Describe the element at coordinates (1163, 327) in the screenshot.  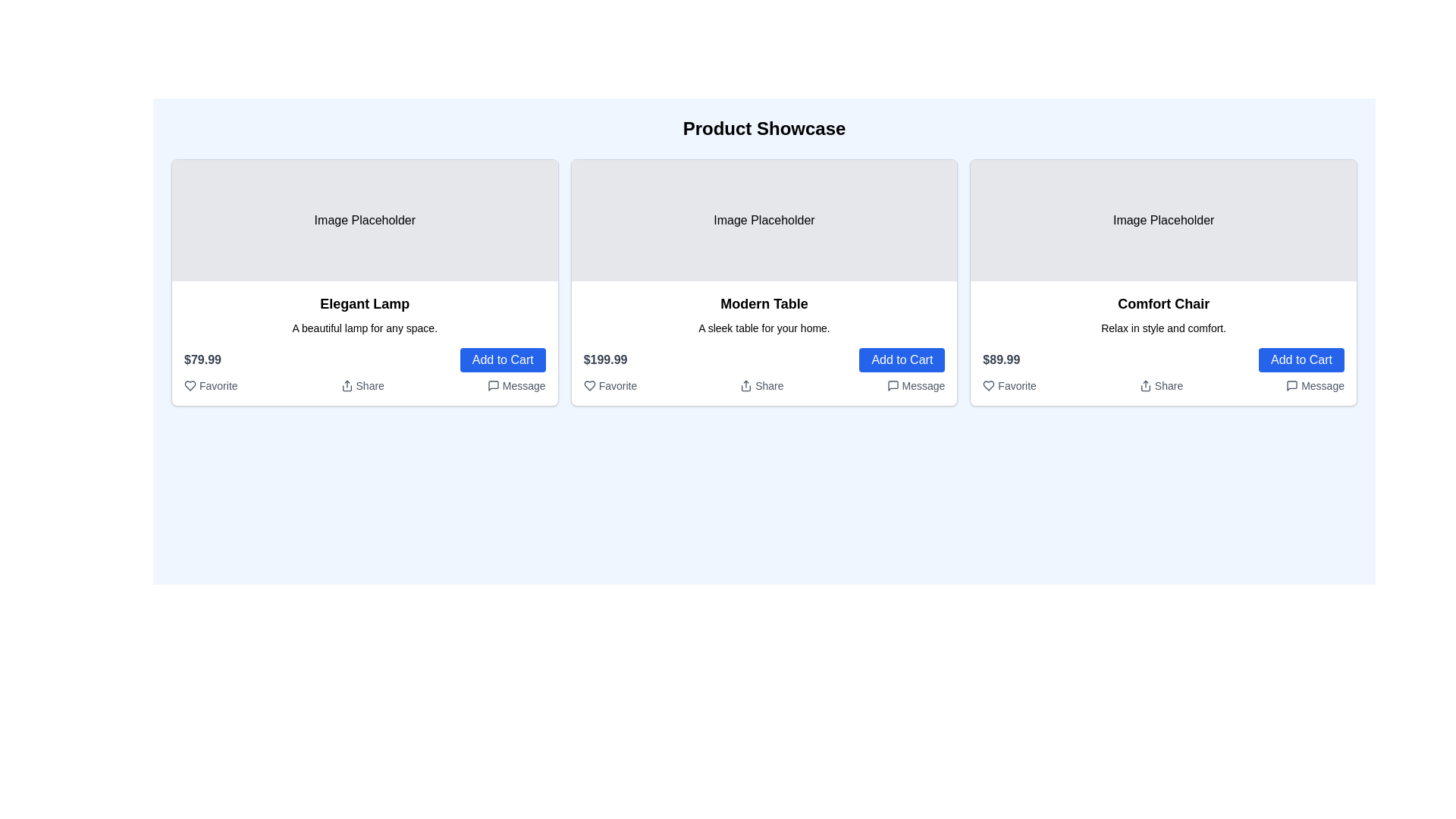
I see `the Text label that provides additional details about the product, positioned below the 'Comfort Chair' title within the product card layout` at that location.